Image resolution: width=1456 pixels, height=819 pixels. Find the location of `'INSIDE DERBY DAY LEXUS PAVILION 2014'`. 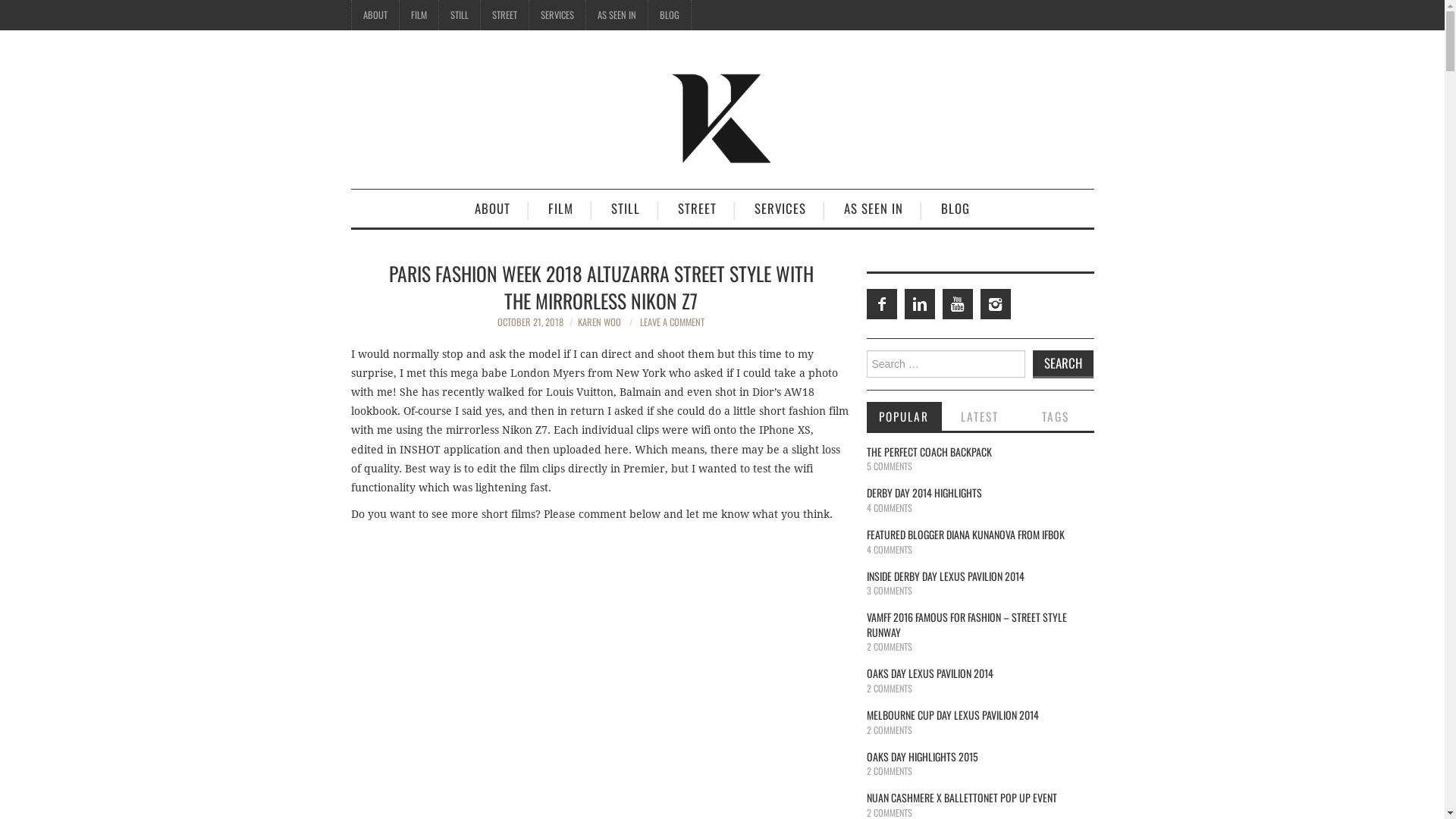

'INSIDE DERBY DAY LEXUS PAVILION 2014' is located at coordinates (866, 576).